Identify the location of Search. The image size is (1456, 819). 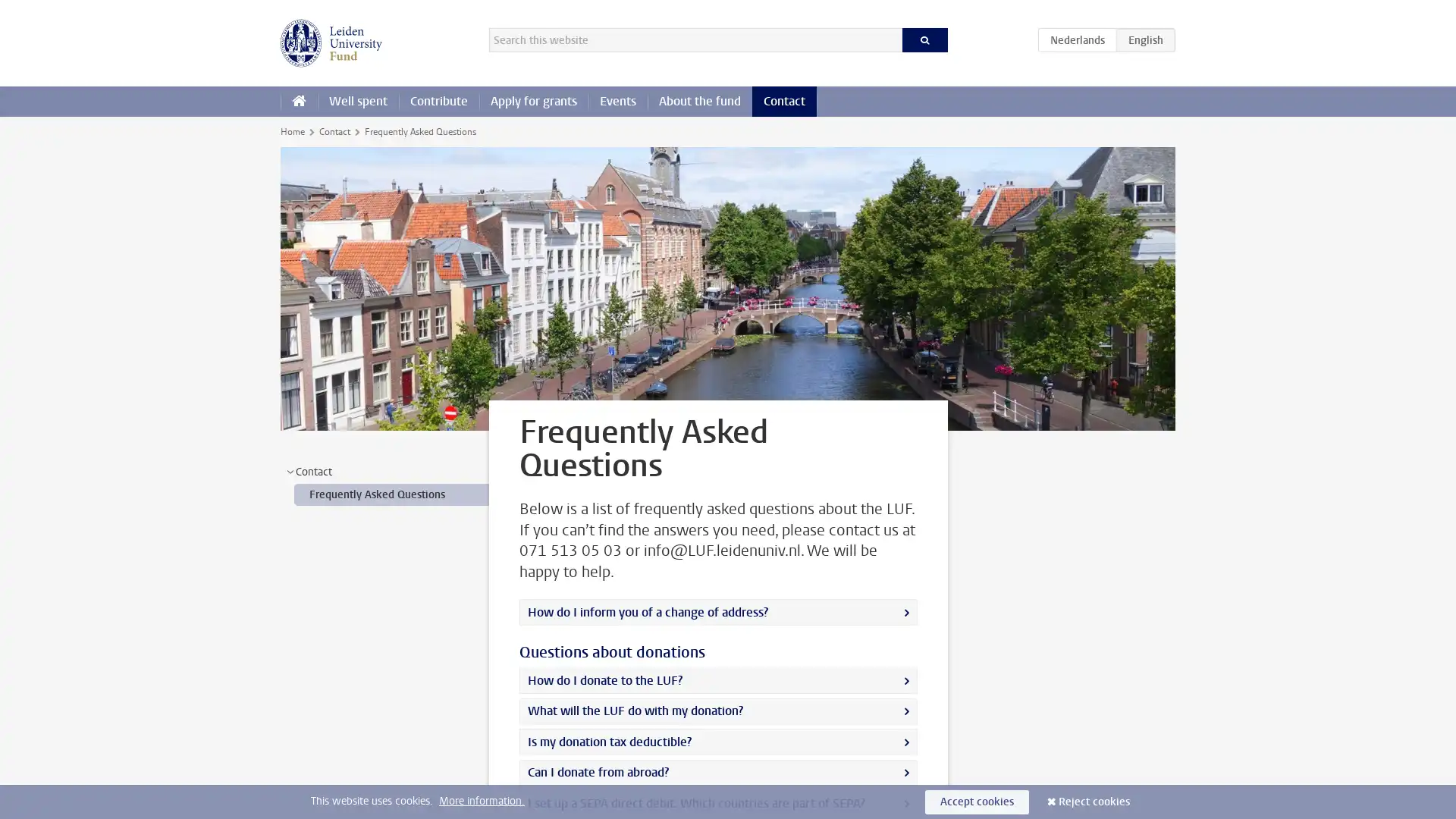
(924, 39).